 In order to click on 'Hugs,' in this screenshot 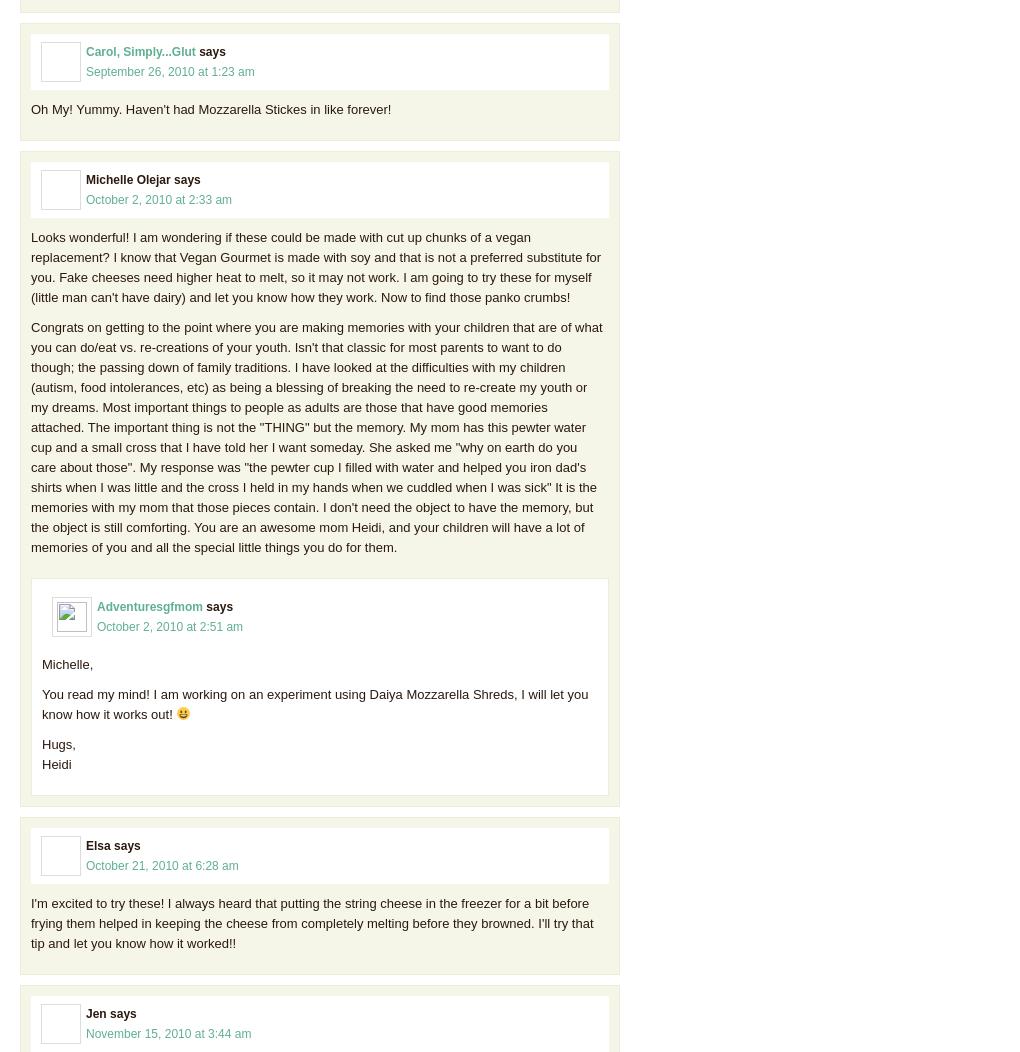, I will do `click(58, 743)`.